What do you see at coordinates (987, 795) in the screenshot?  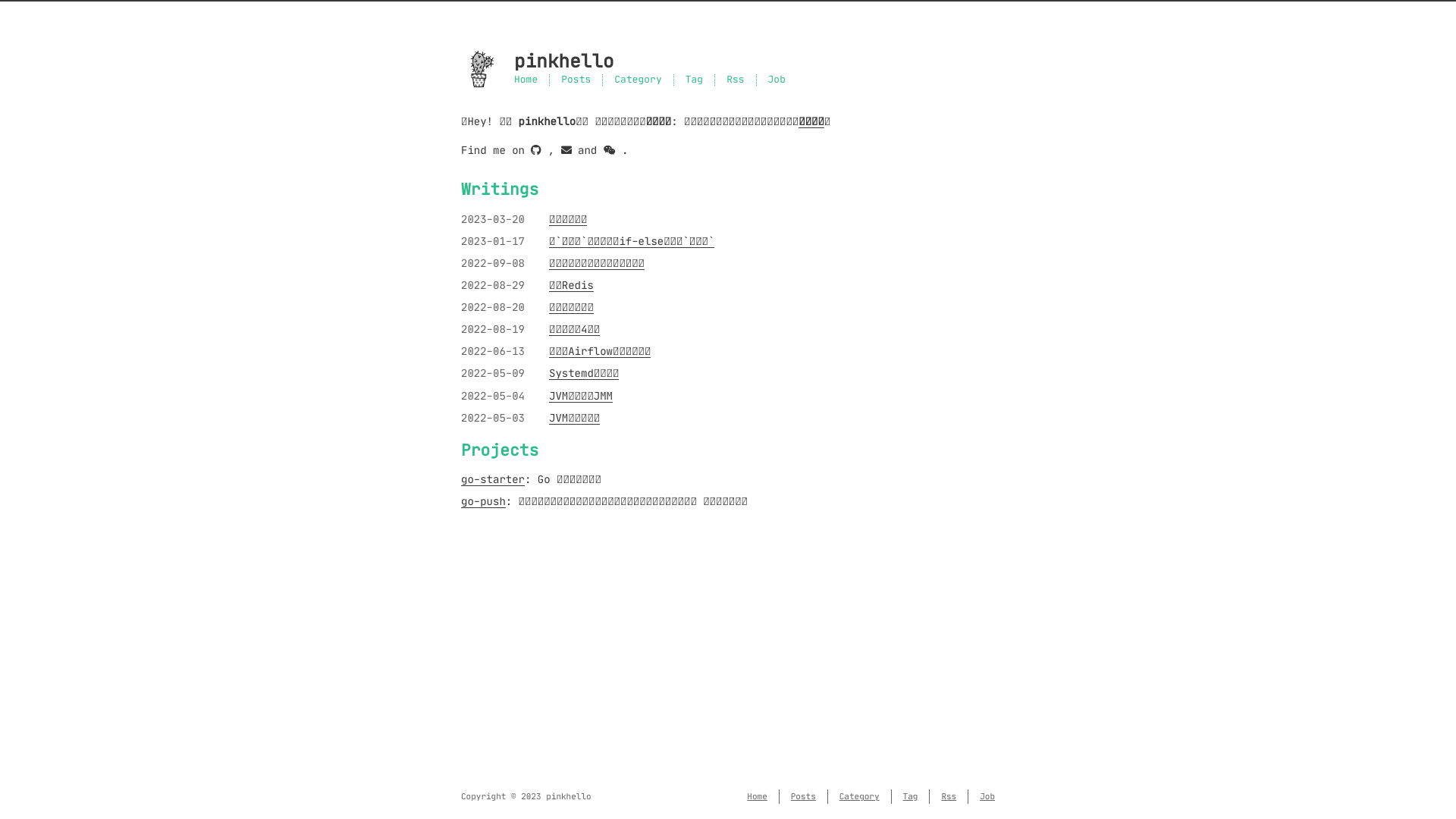 I see `'Job'` at bounding box center [987, 795].